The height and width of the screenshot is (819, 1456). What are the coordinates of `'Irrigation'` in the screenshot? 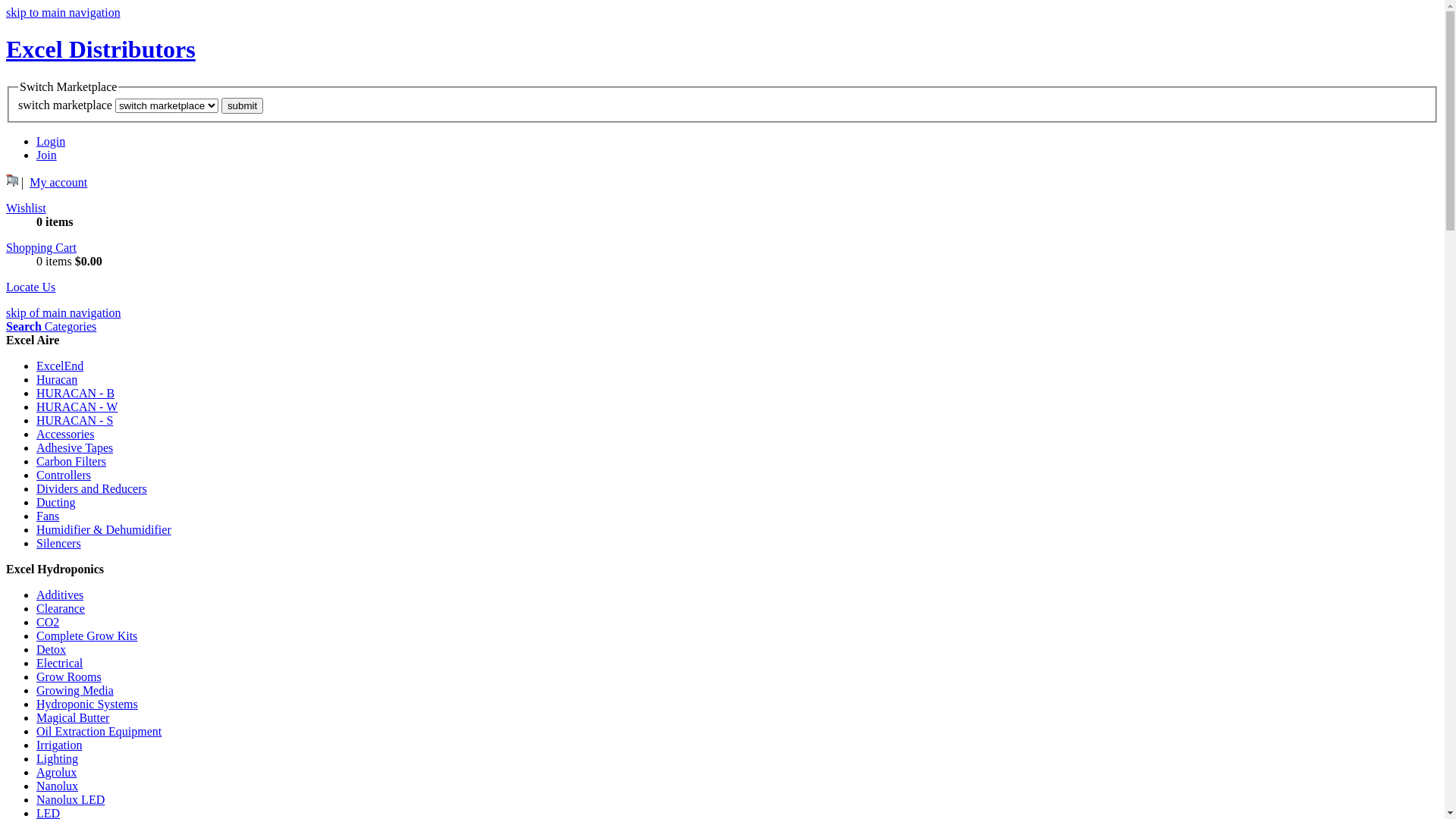 It's located at (58, 744).